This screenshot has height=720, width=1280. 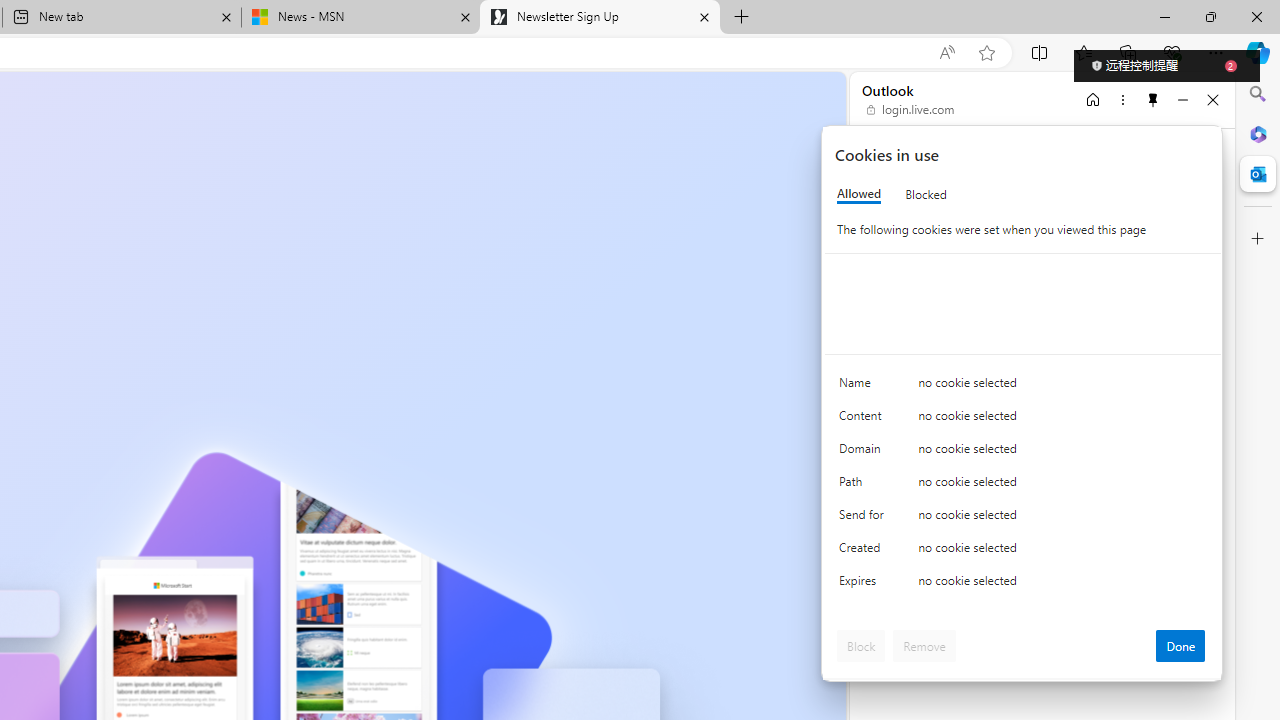 What do you see at coordinates (865, 585) in the screenshot?
I see `'Expires'` at bounding box center [865, 585].